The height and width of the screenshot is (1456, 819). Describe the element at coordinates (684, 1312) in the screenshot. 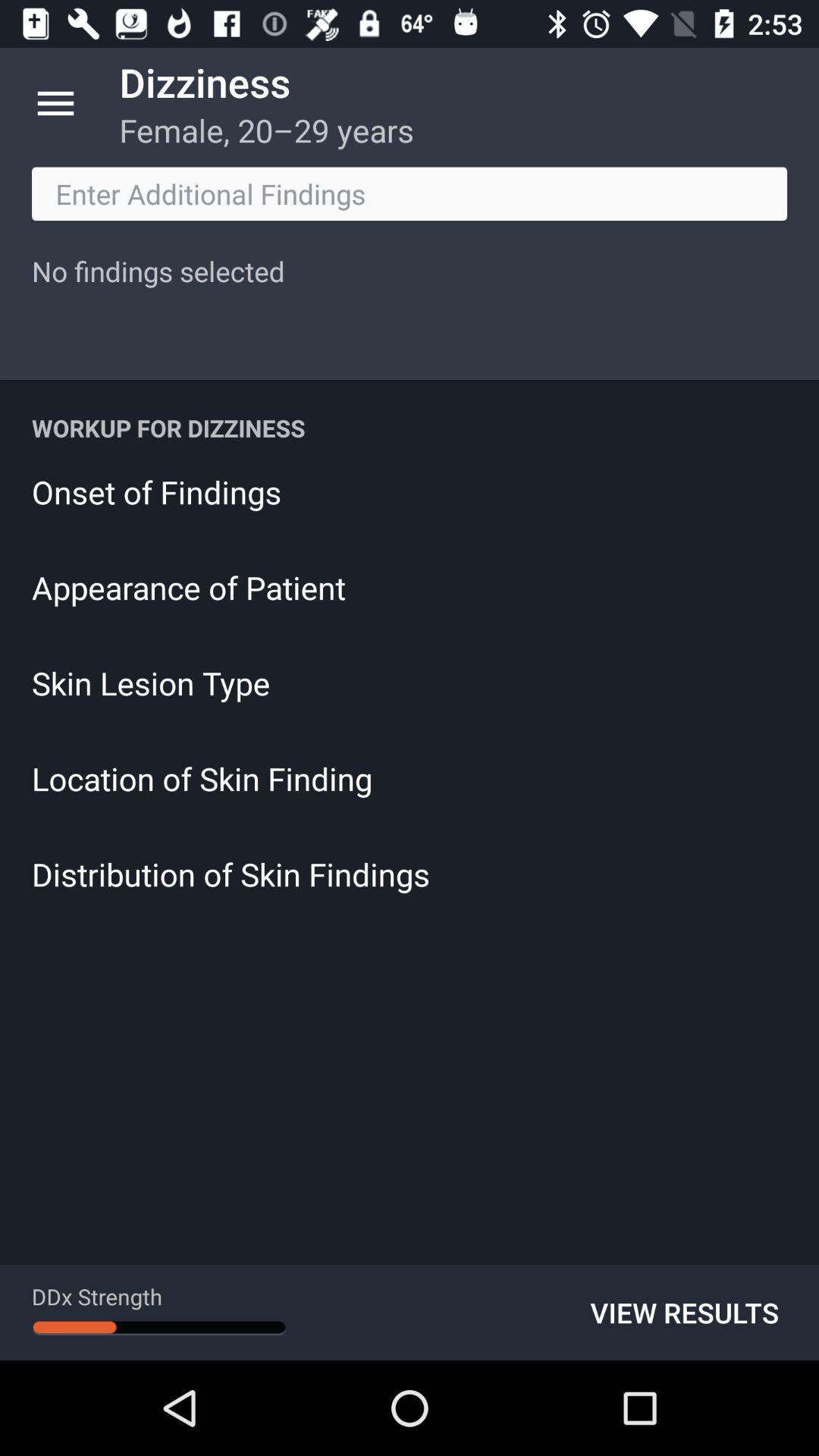

I see `the item below distribution of skin icon` at that location.